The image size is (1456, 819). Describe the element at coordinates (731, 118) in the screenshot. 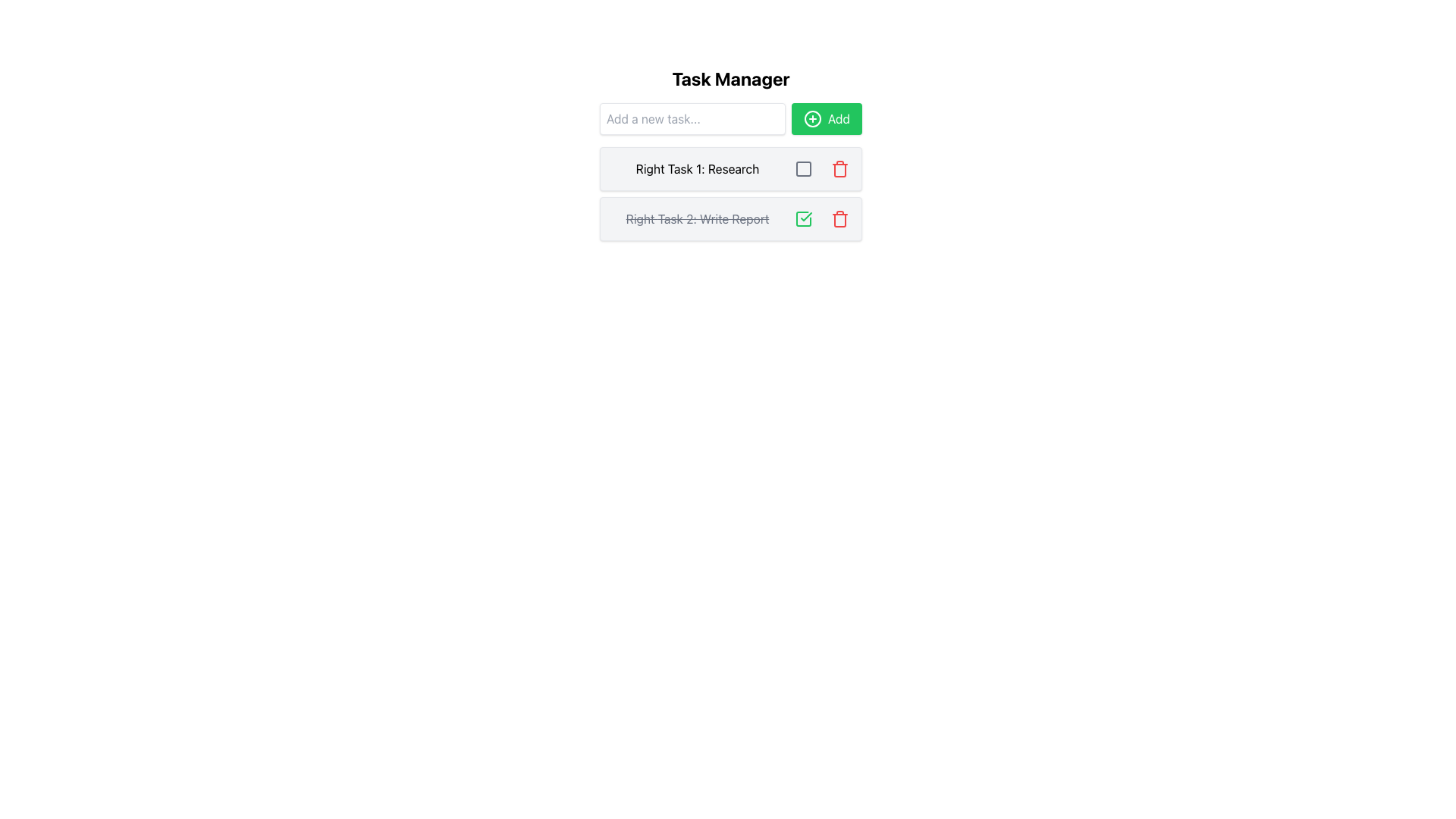

I see `the input field of the 'Add a new task...' area in the Task Manager section for focus` at that location.